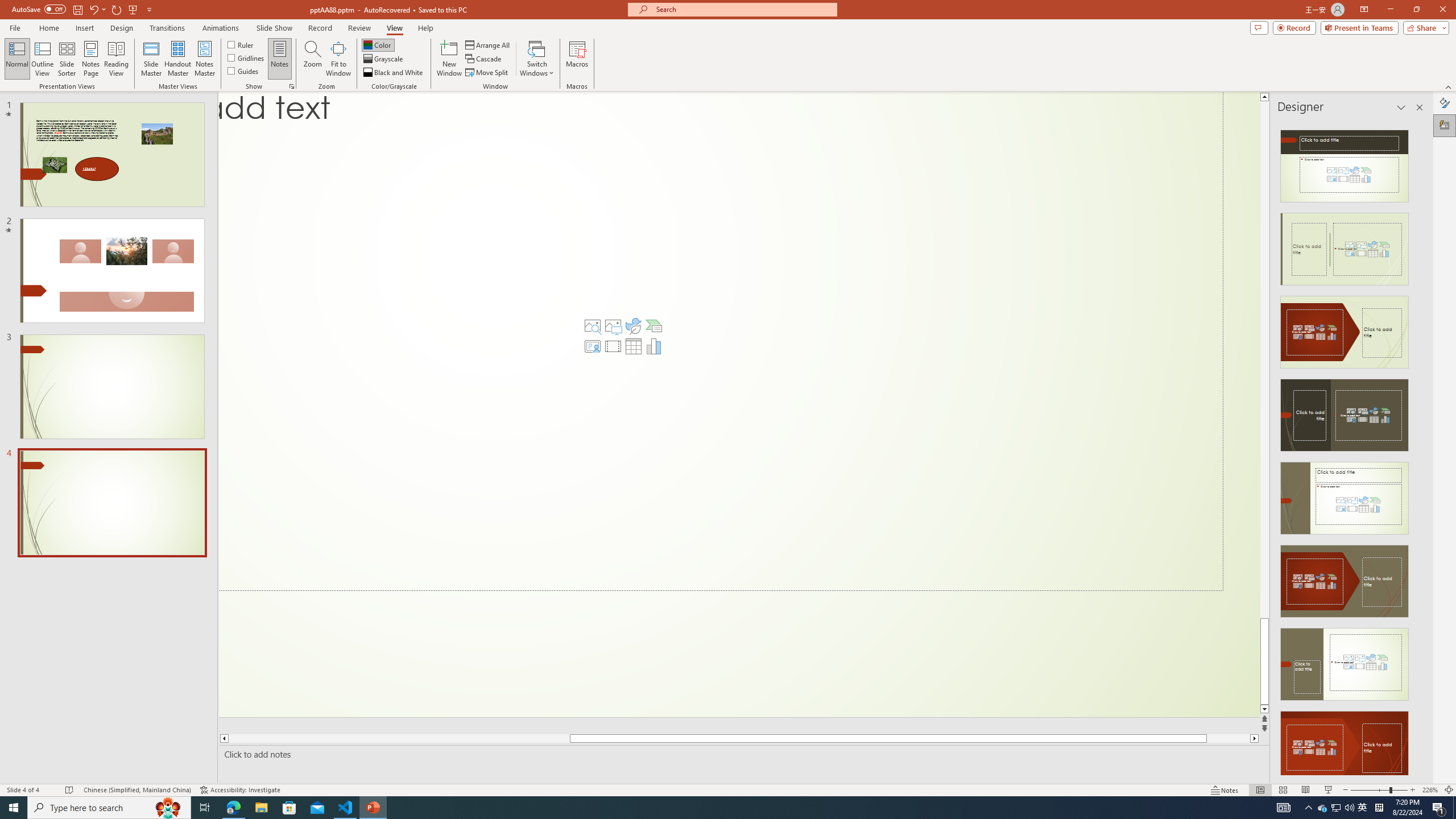  What do you see at coordinates (1444, 102) in the screenshot?
I see `'Format Background'` at bounding box center [1444, 102].